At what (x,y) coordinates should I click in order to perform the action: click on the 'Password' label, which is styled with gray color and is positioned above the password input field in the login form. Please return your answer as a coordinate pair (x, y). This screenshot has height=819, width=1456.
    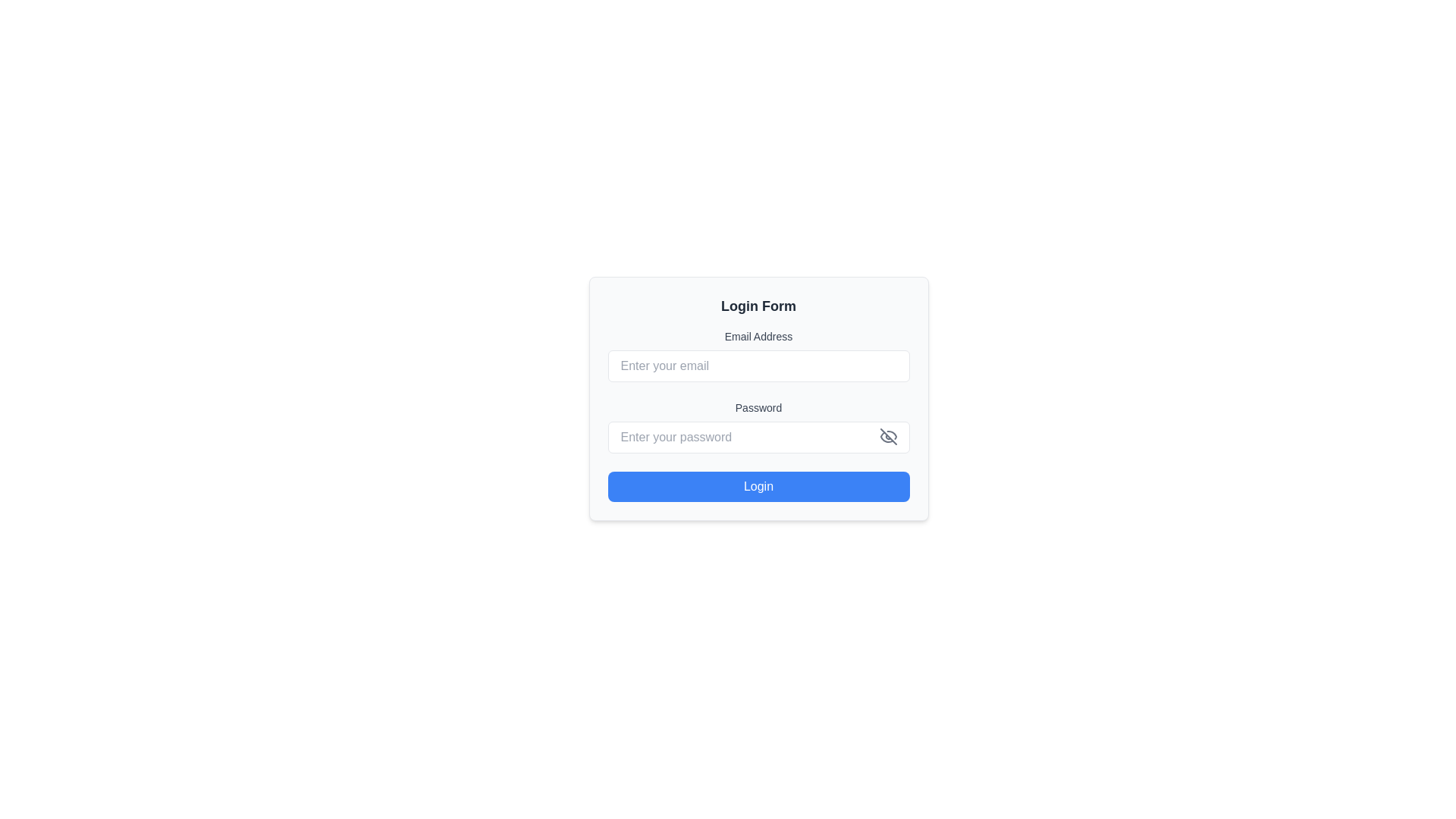
    Looking at the image, I should click on (758, 406).